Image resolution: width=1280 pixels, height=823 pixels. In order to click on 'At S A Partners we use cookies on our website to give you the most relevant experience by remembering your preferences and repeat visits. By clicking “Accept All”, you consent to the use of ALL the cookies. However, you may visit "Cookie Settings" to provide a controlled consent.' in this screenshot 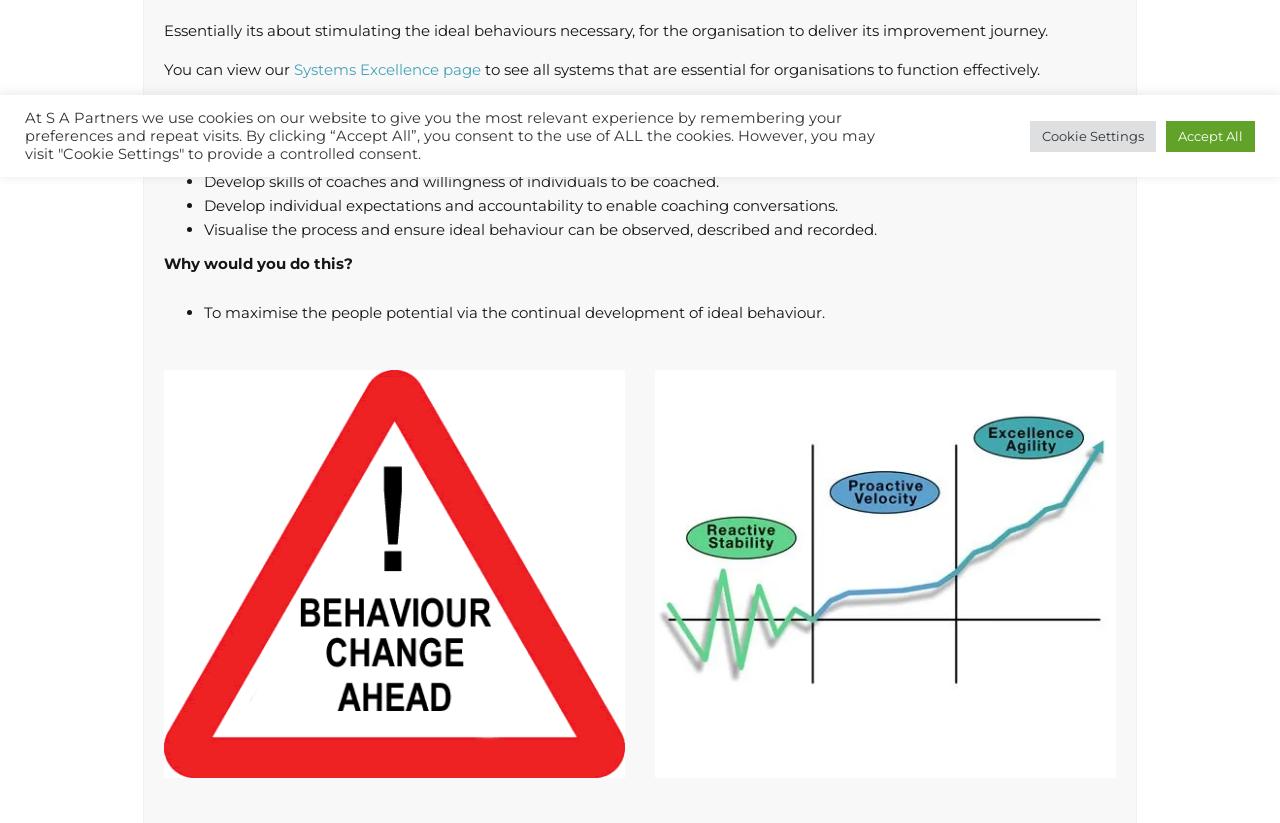, I will do `click(449, 135)`.